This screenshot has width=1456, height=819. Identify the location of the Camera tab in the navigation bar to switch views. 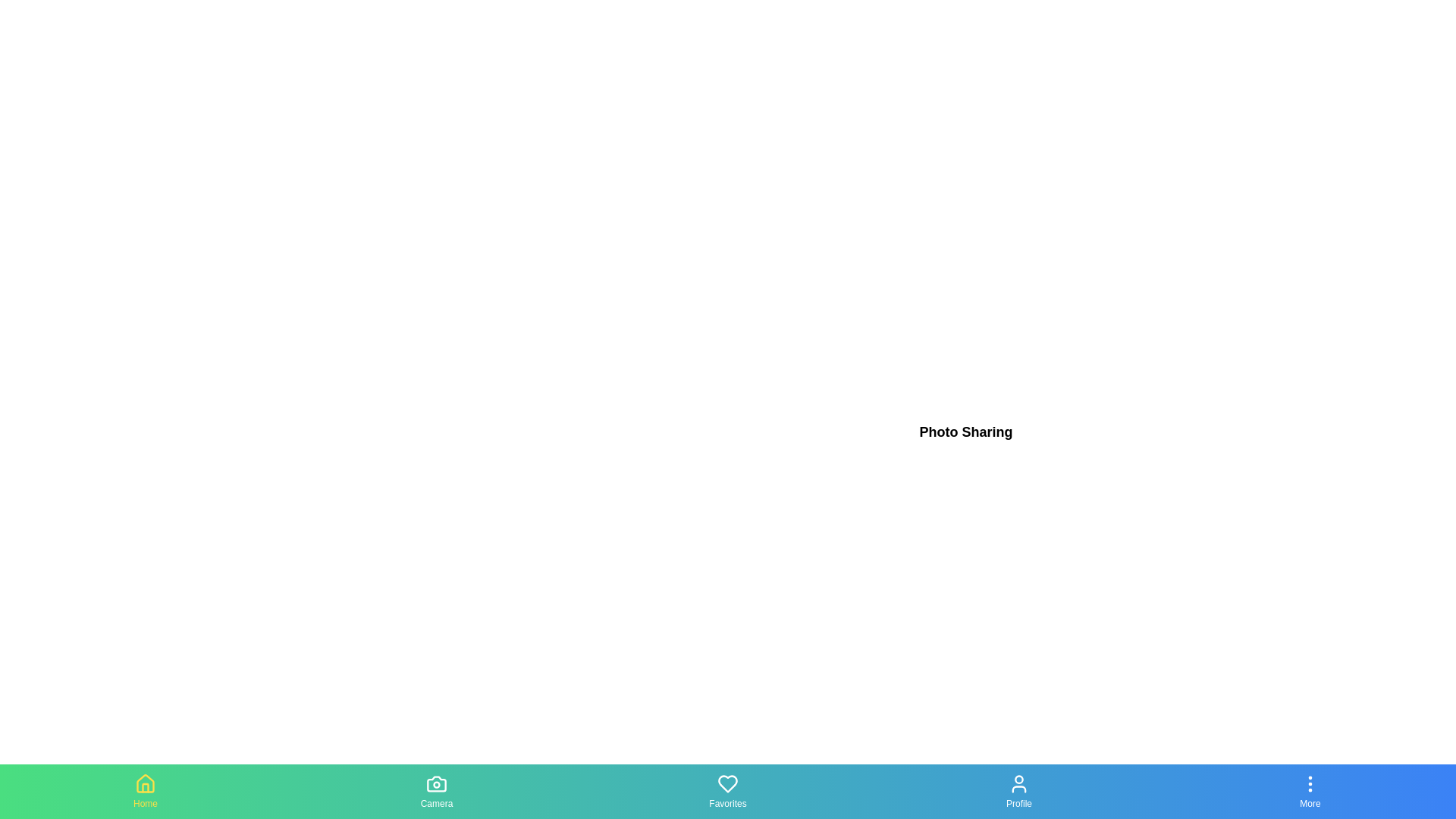
(436, 791).